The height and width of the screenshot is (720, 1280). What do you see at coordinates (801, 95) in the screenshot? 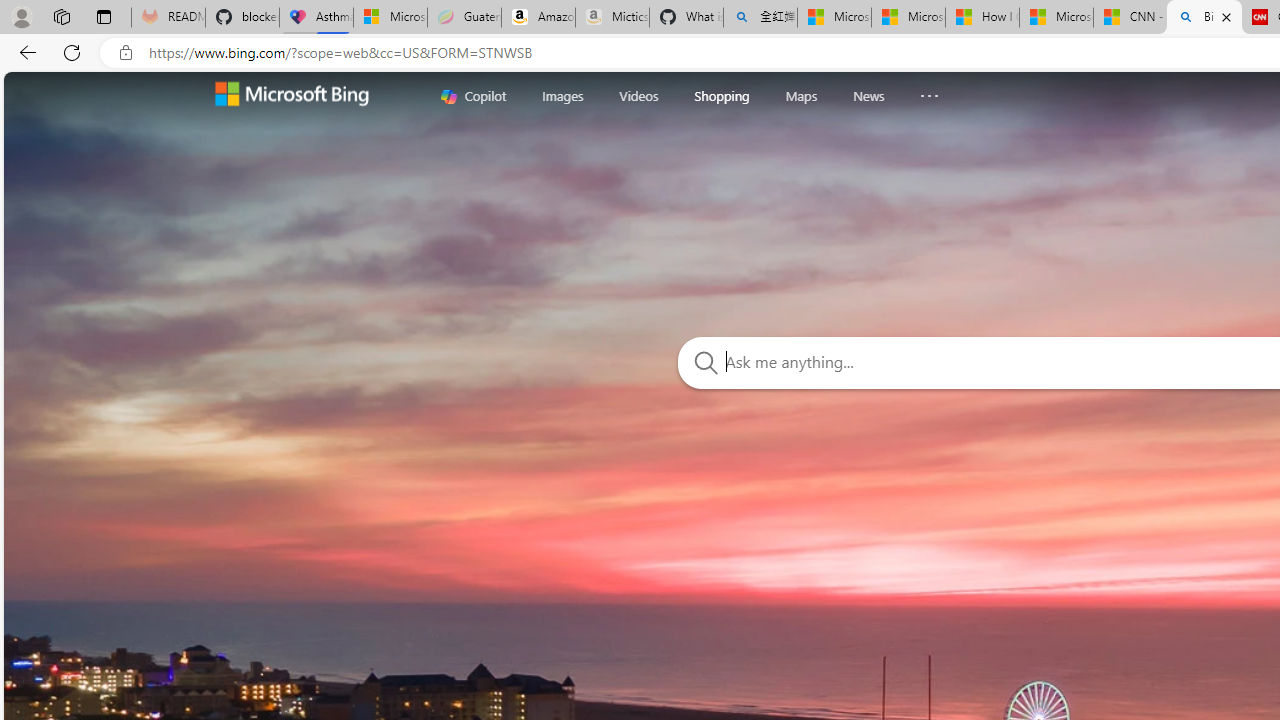
I see `'Maps'` at bounding box center [801, 95].